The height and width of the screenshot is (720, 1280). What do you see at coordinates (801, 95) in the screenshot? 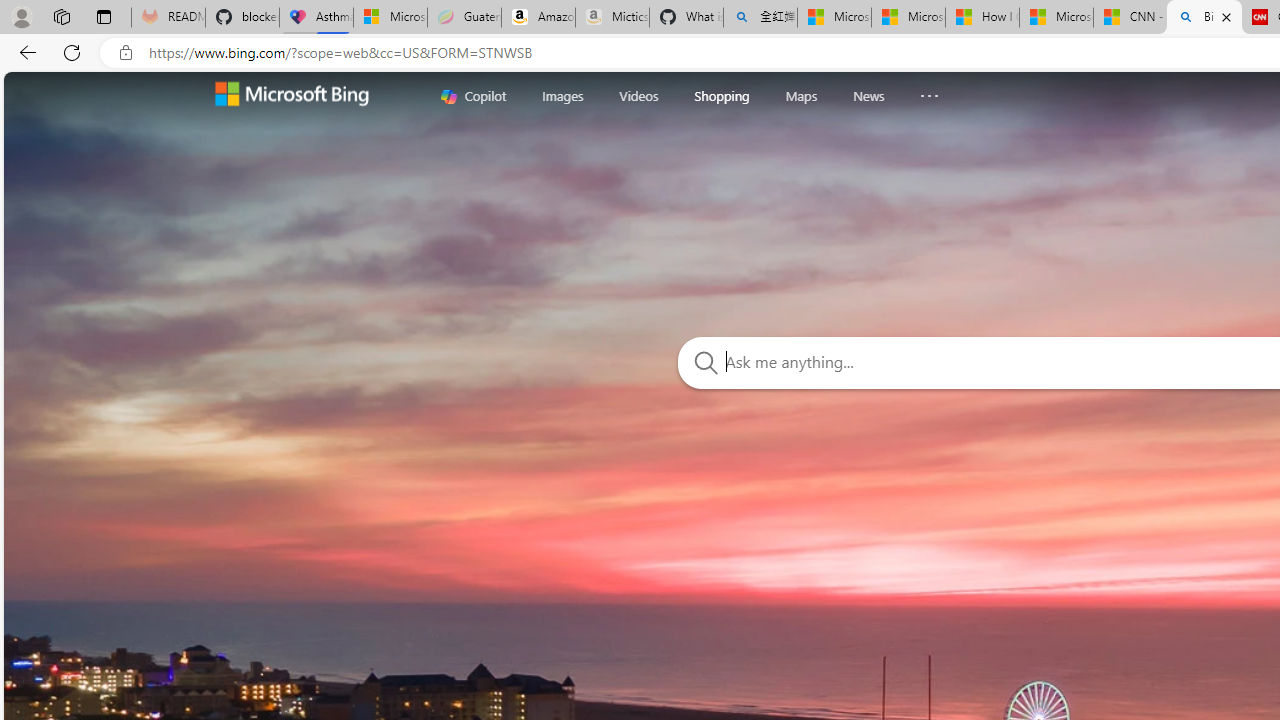
I see `'Maps'` at bounding box center [801, 95].